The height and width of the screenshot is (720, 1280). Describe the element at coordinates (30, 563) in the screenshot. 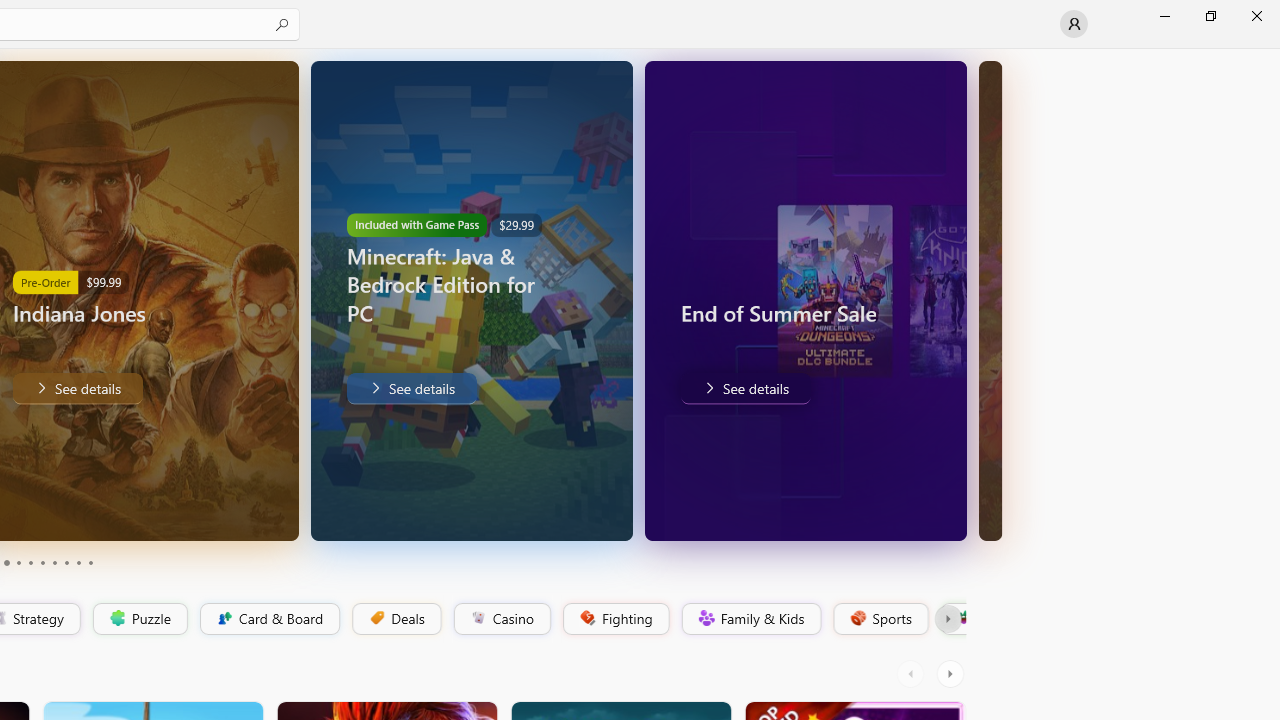

I see `'Page 5'` at that location.